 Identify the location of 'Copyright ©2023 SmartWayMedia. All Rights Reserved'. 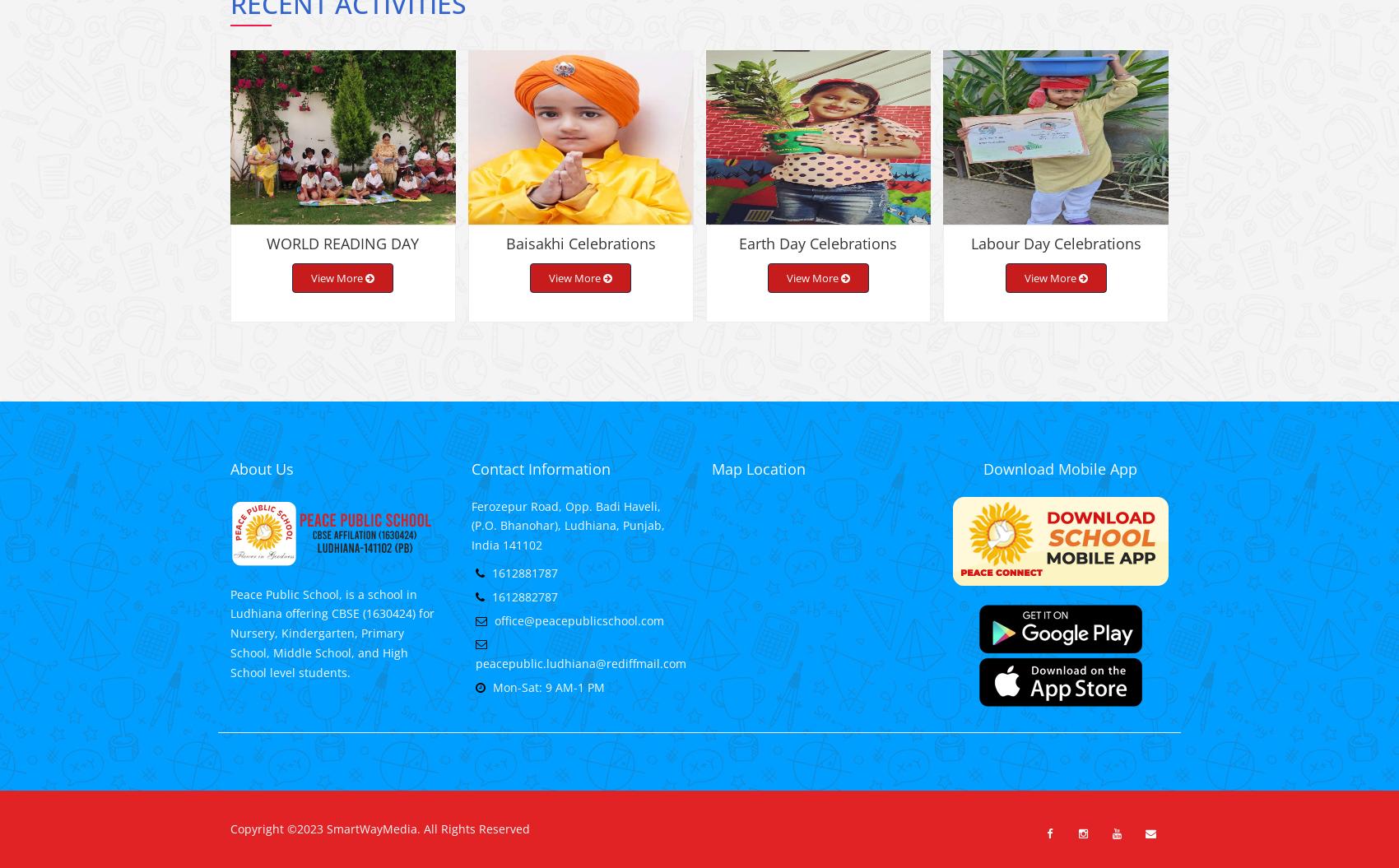
(380, 842).